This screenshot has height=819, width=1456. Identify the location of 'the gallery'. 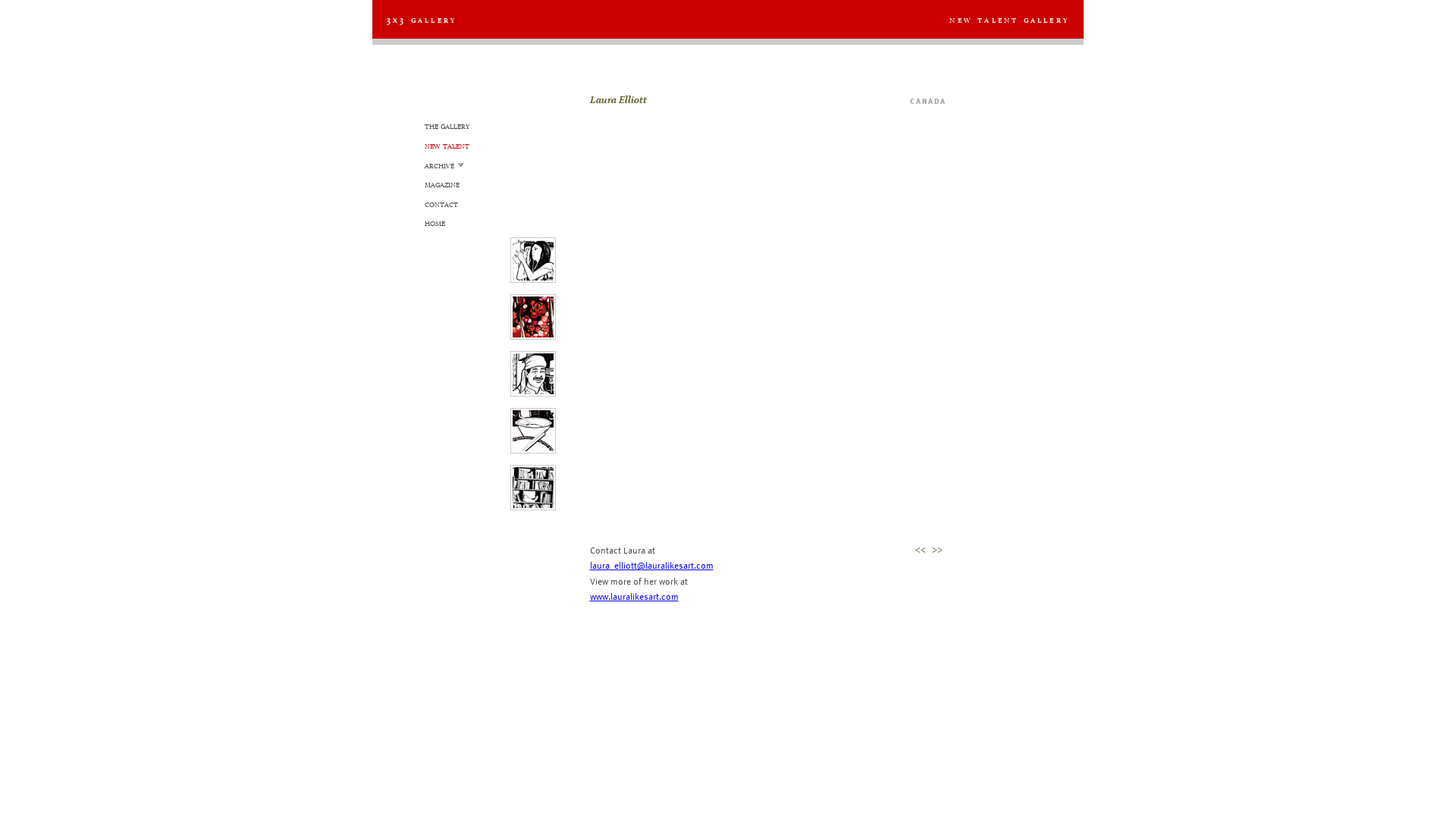
(446, 124).